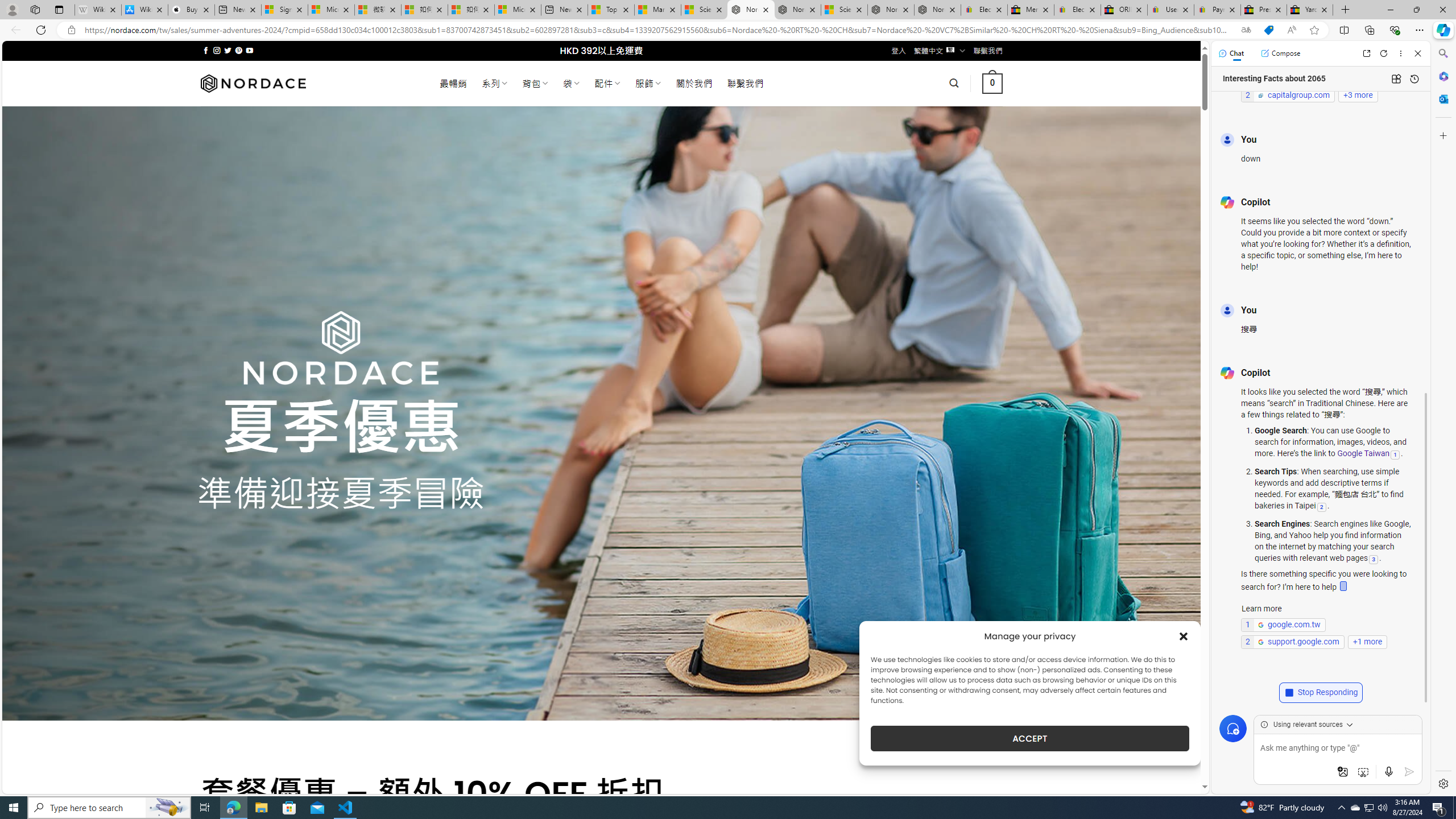  Describe the element at coordinates (191, 9) in the screenshot. I see `'Buy iPad - Apple'` at that location.